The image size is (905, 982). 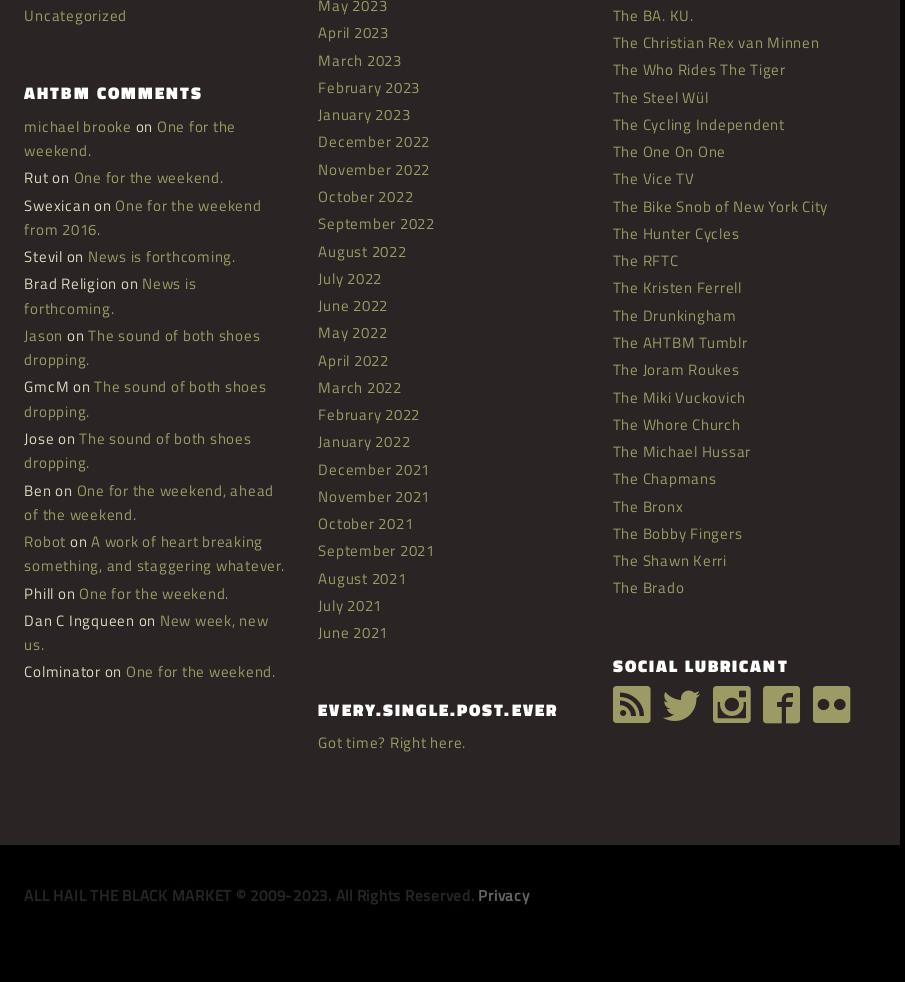 What do you see at coordinates (317, 113) in the screenshot?
I see `'January 2023'` at bounding box center [317, 113].